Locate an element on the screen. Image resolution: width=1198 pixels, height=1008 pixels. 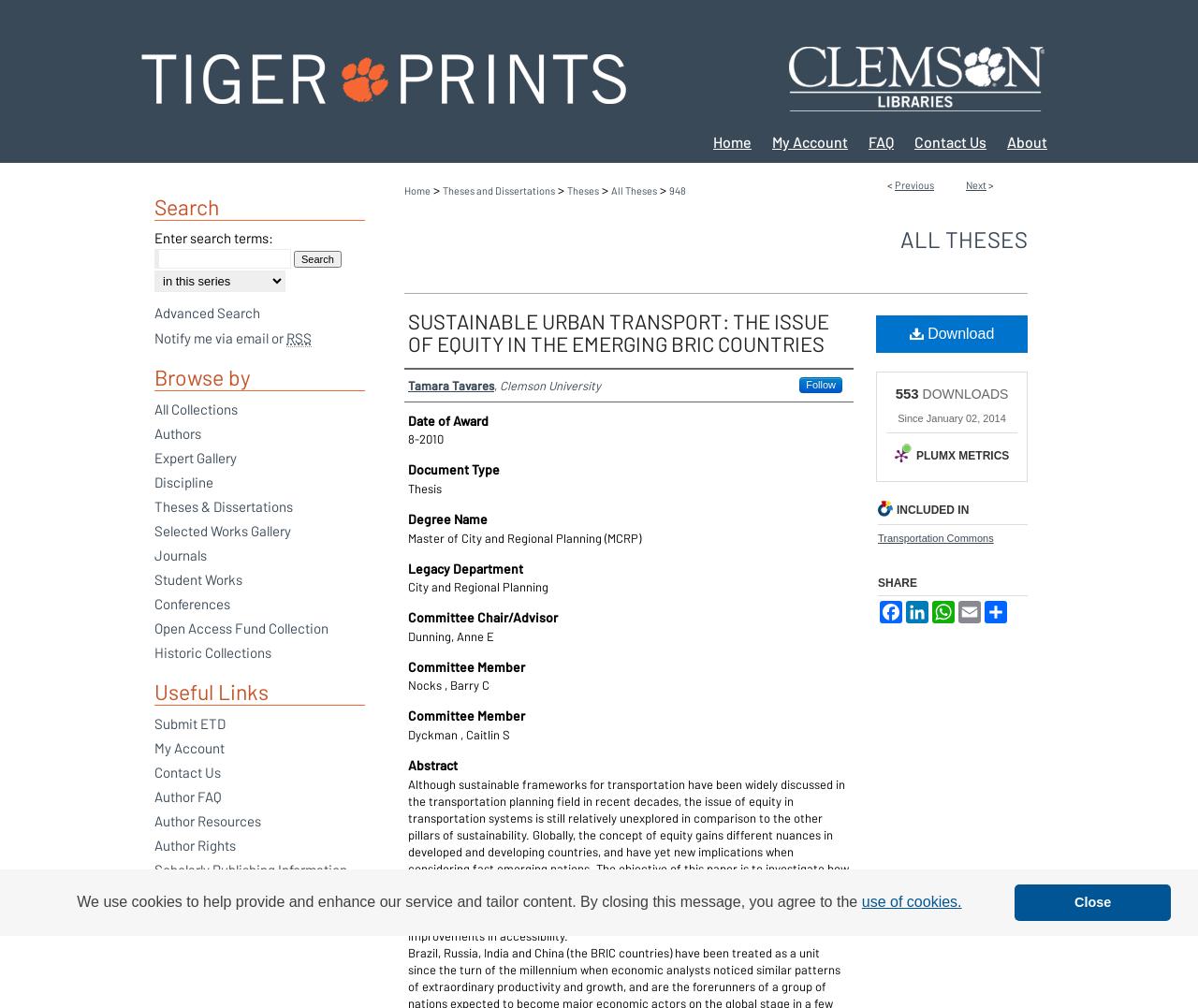
'FAQ' is located at coordinates (880, 141).